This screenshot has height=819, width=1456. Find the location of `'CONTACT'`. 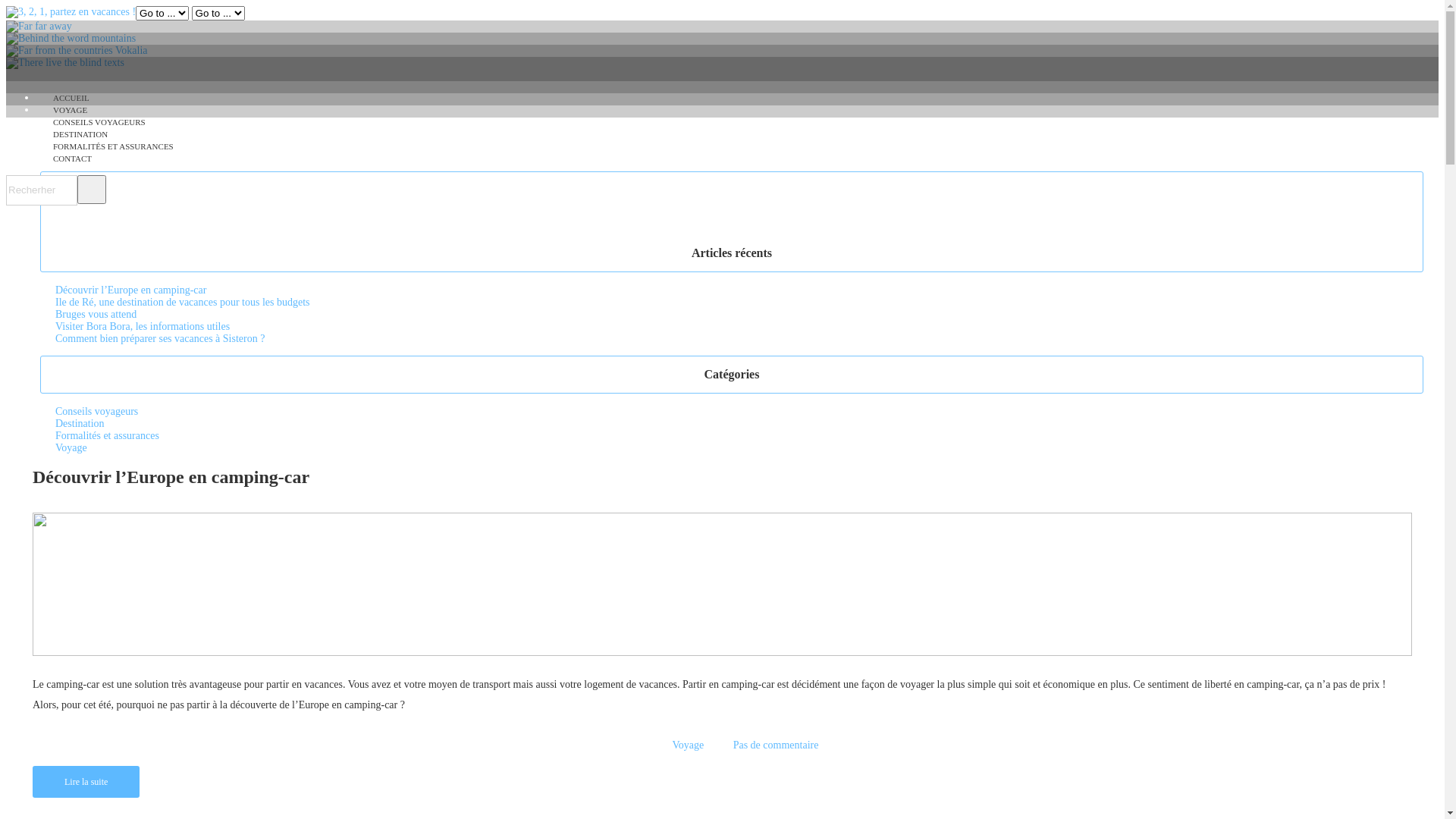

'CONTACT' is located at coordinates (71, 158).